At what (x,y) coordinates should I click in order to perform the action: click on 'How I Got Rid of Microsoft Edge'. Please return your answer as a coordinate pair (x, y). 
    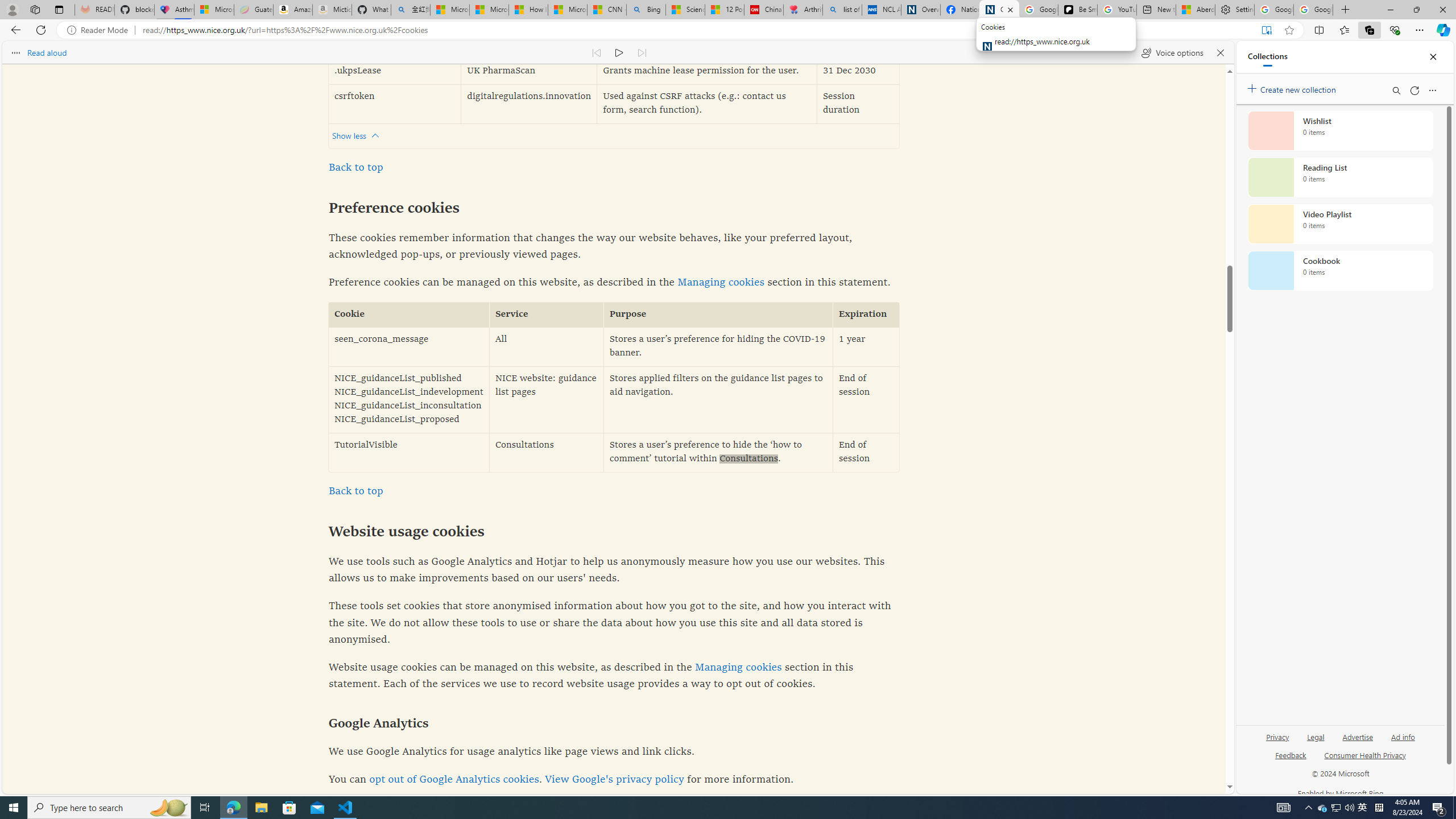
    Looking at the image, I should click on (528, 9).